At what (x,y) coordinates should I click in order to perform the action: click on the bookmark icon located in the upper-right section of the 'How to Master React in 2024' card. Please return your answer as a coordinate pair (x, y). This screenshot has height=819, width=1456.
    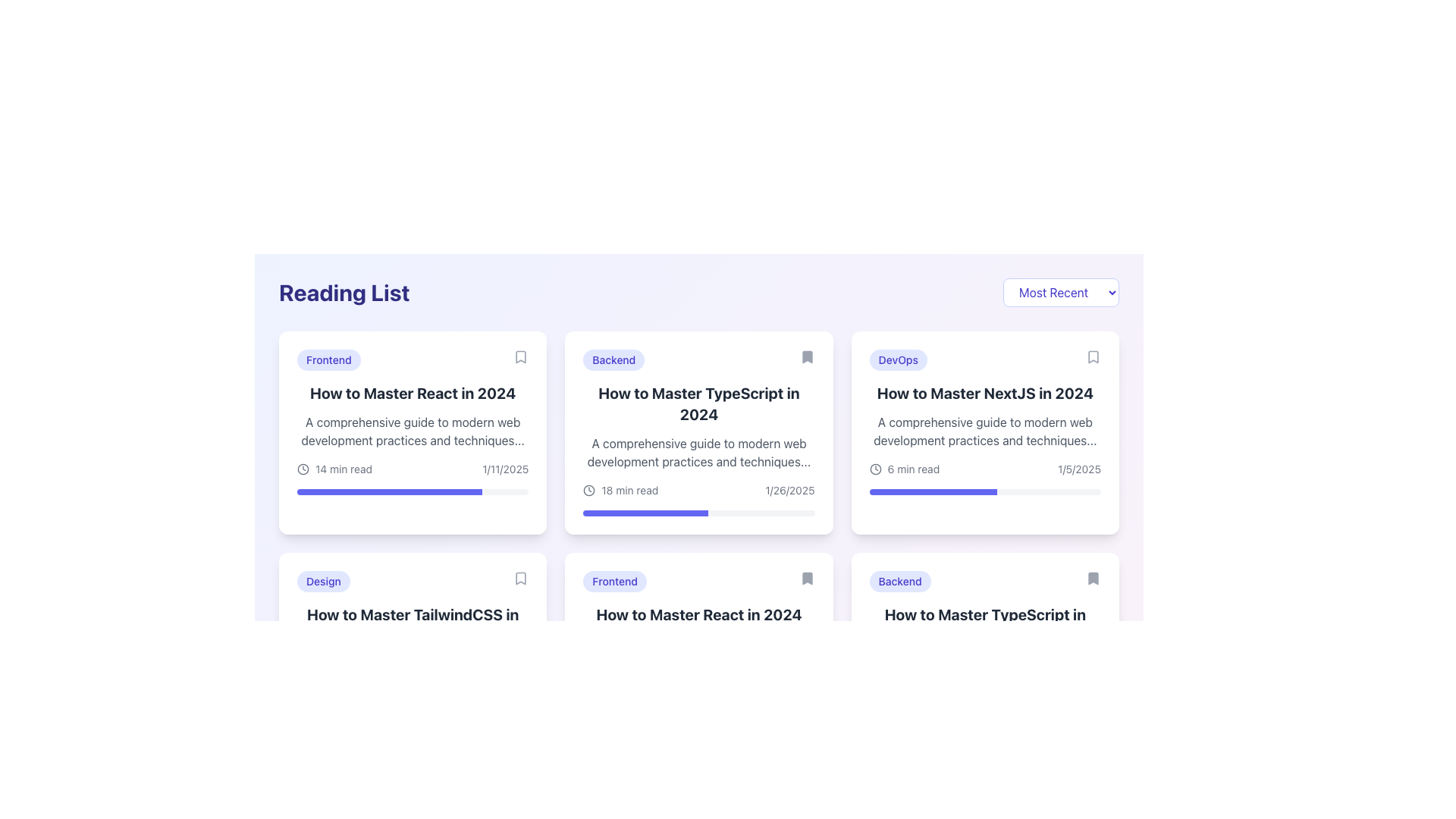
    Looking at the image, I should click on (806, 579).